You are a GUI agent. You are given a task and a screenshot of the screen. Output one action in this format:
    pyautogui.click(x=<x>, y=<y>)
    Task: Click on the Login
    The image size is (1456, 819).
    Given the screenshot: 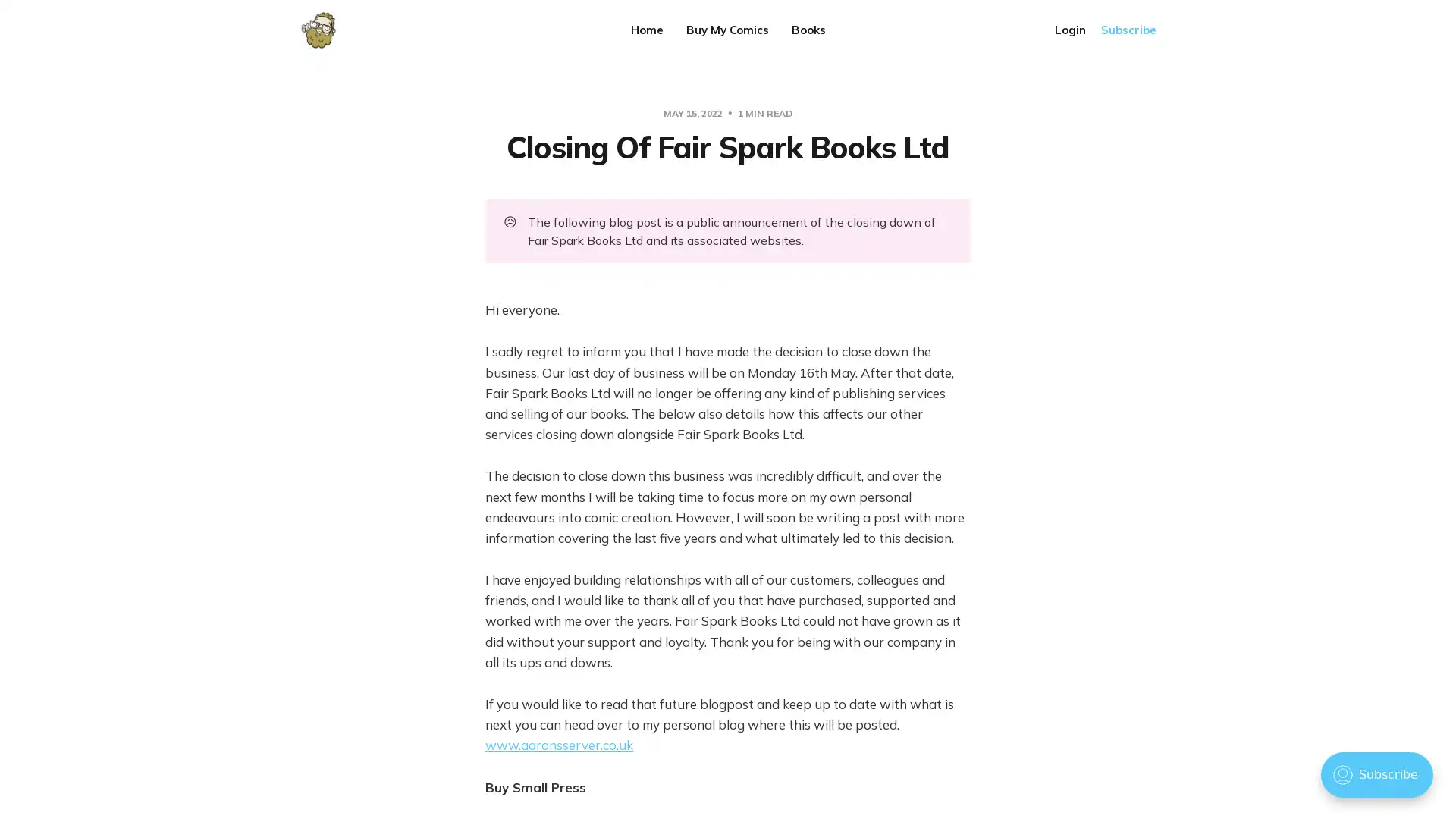 What is the action you would take?
    pyautogui.click(x=1069, y=30)
    